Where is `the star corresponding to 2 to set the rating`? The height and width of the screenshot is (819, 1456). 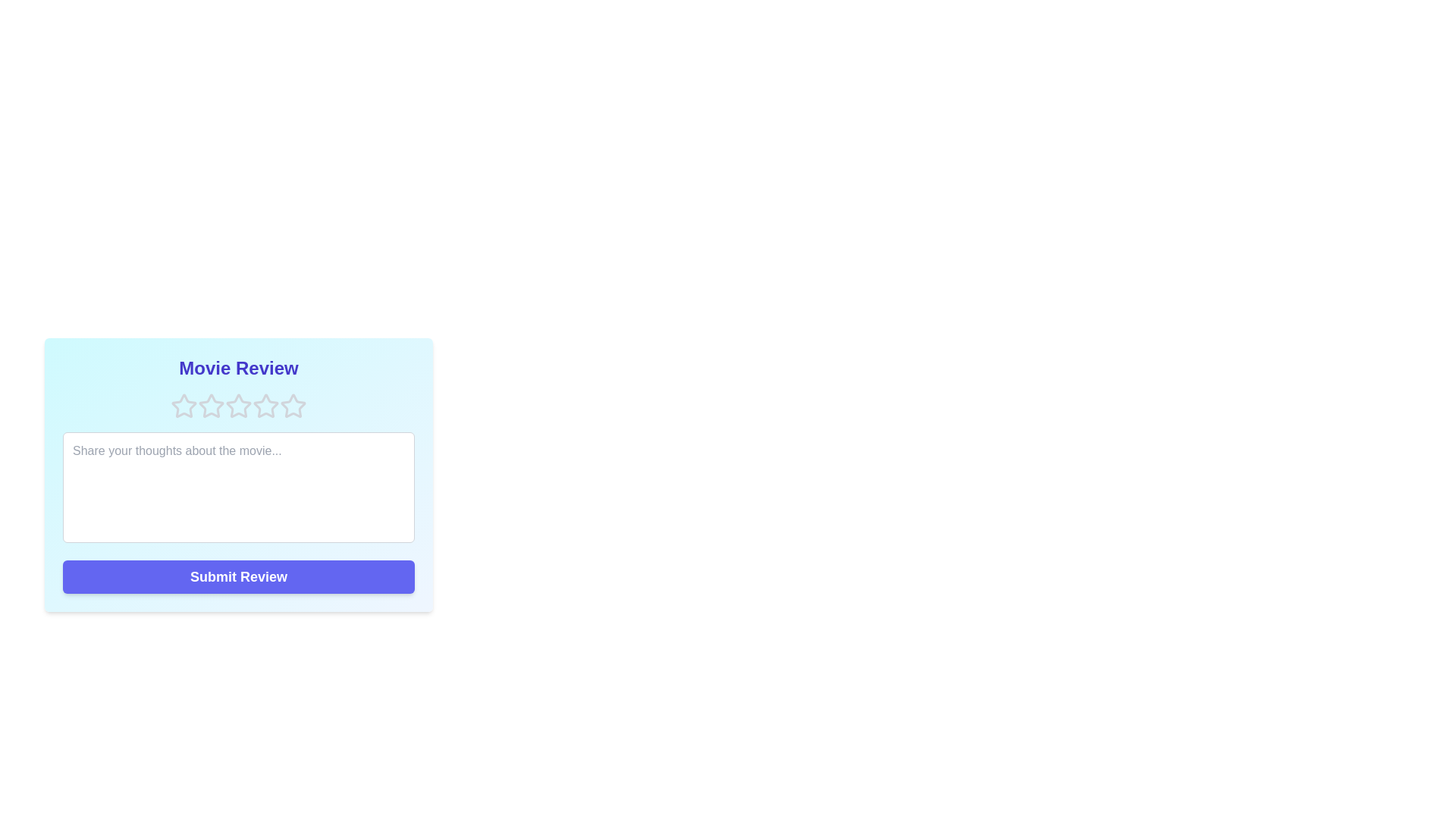 the star corresponding to 2 to set the rating is located at coordinates (210, 406).